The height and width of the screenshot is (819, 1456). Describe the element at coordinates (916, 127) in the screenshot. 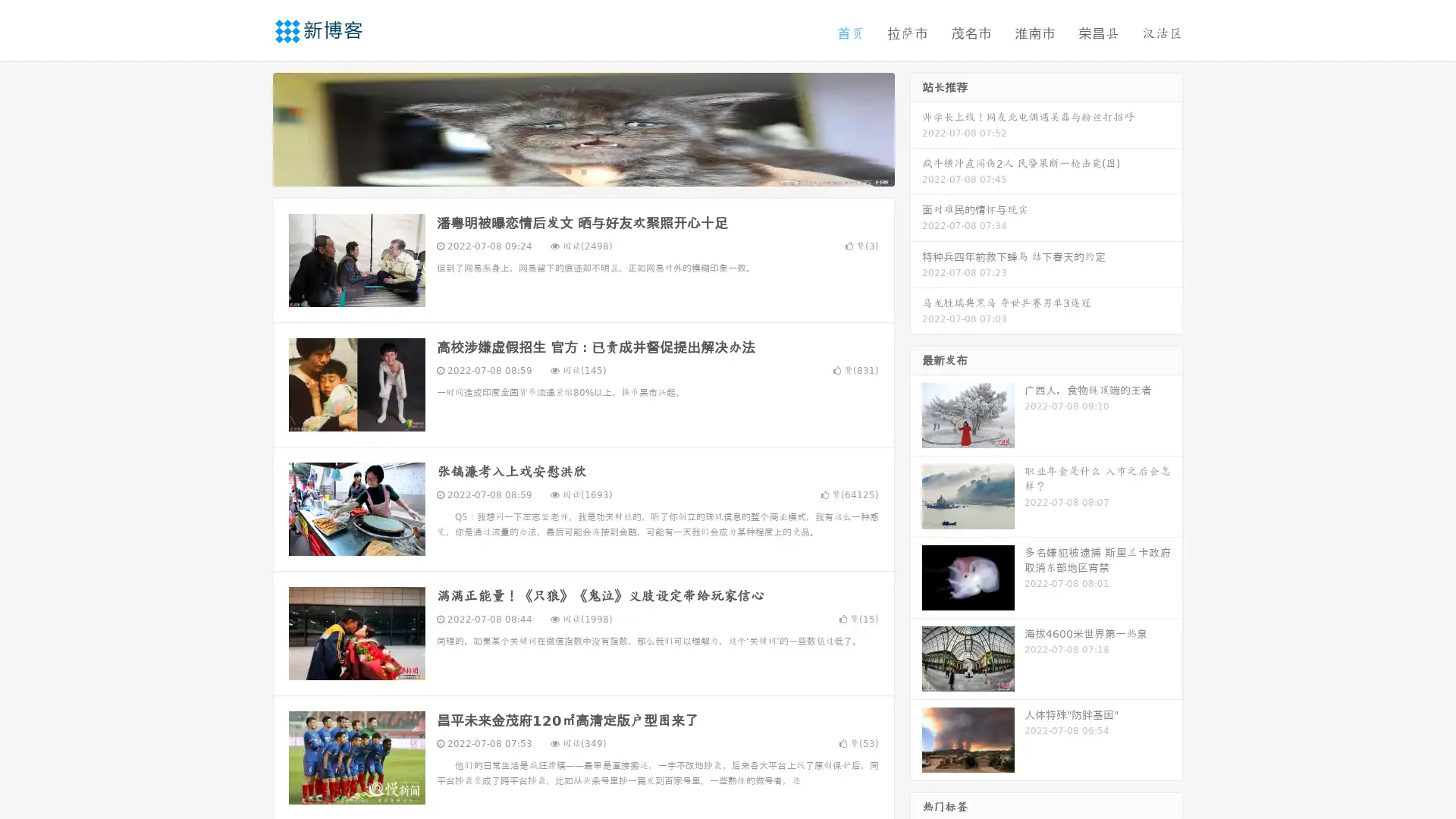

I see `Next slide` at that location.